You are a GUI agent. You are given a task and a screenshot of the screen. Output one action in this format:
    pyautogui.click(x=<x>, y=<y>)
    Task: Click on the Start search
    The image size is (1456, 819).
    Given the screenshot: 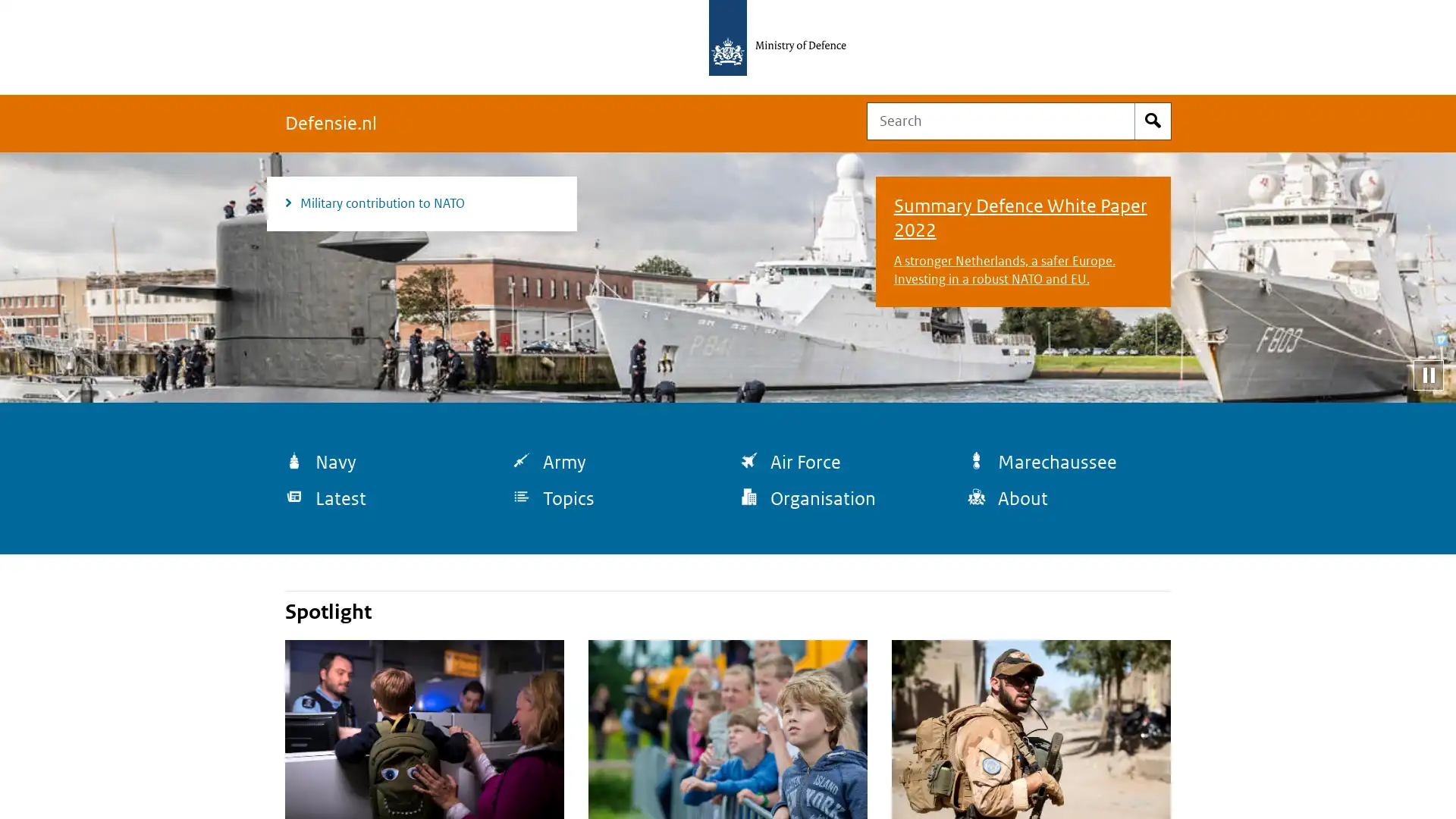 What is the action you would take?
    pyautogui.click(x=1153, y=120)
    